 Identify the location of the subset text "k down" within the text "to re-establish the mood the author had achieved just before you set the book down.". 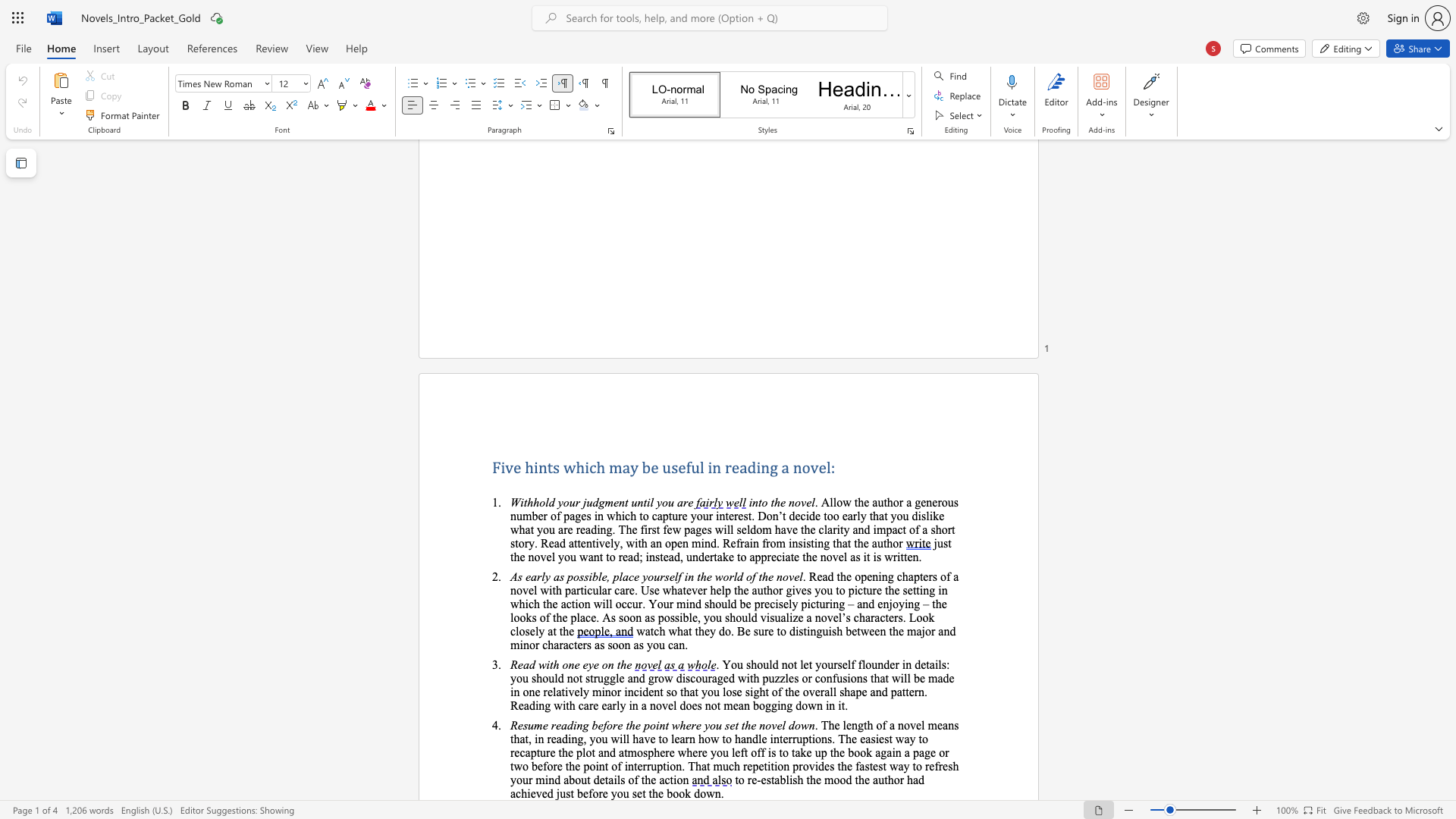
(684, 792).